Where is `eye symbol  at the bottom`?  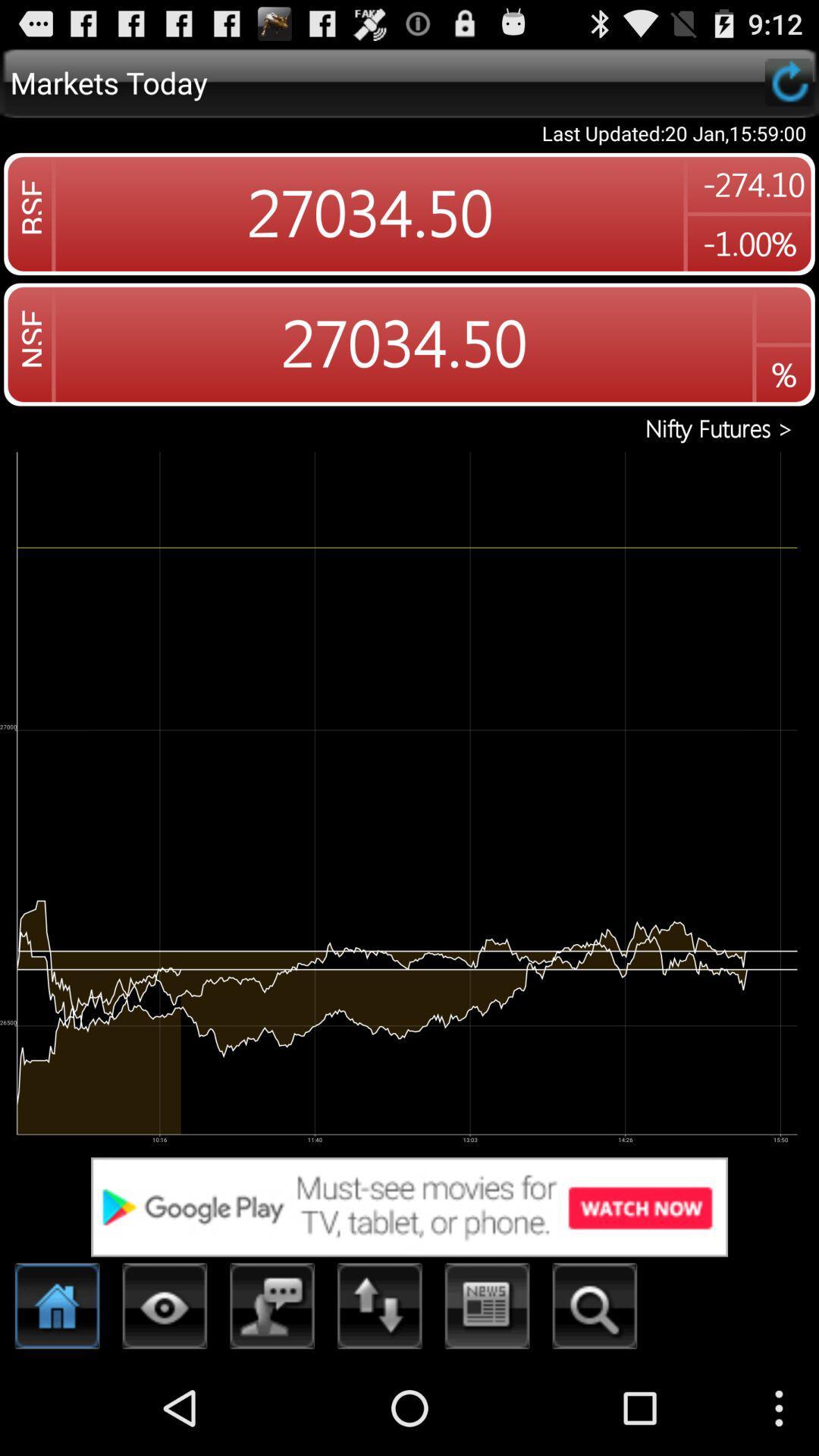
eye symbol  at the bottom is located at coordinates (165, 1310).